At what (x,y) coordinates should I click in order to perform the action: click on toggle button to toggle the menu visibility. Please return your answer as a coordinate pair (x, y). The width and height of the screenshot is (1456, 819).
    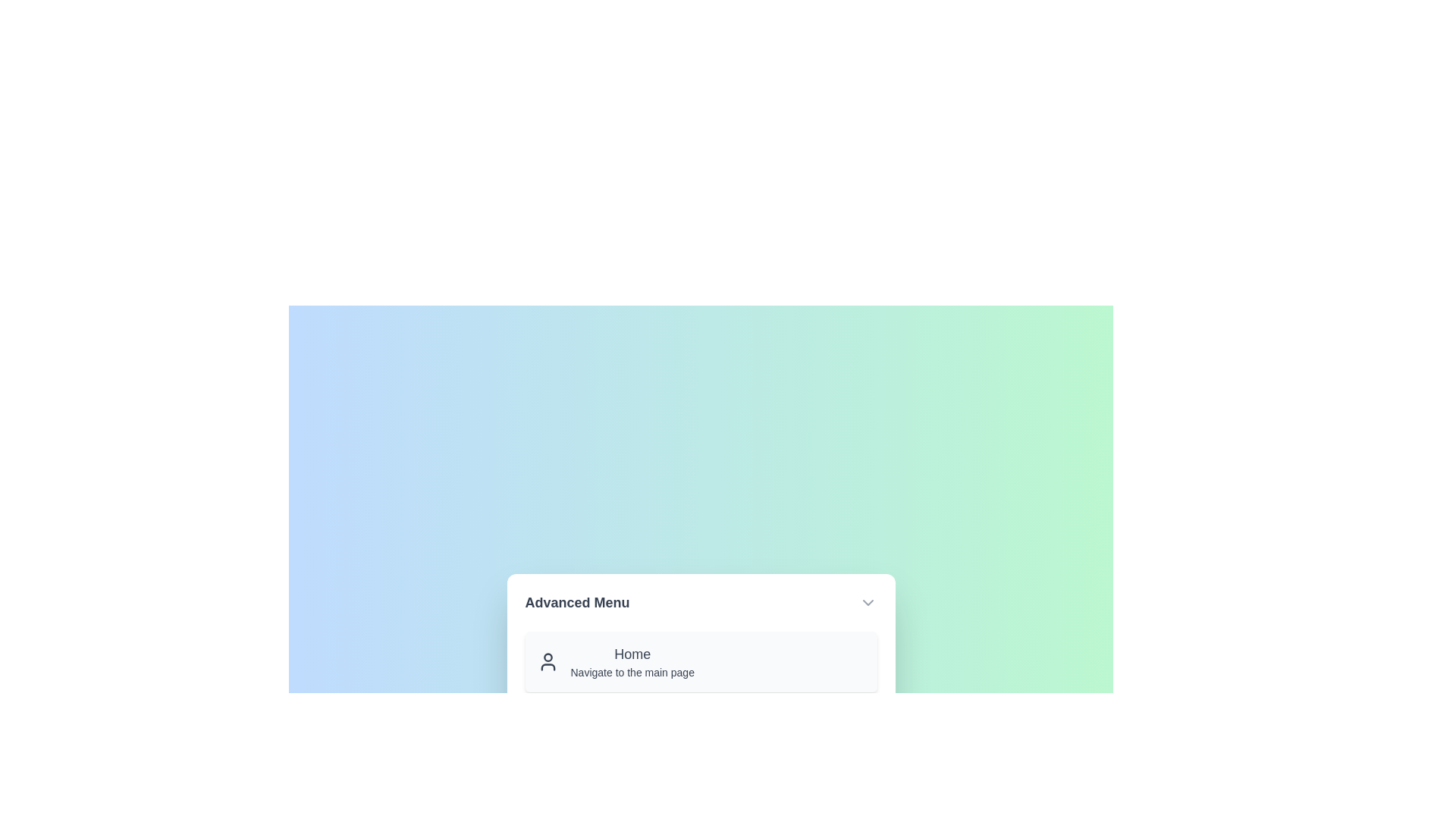
    Looking at the image, I should click on (868, 601).